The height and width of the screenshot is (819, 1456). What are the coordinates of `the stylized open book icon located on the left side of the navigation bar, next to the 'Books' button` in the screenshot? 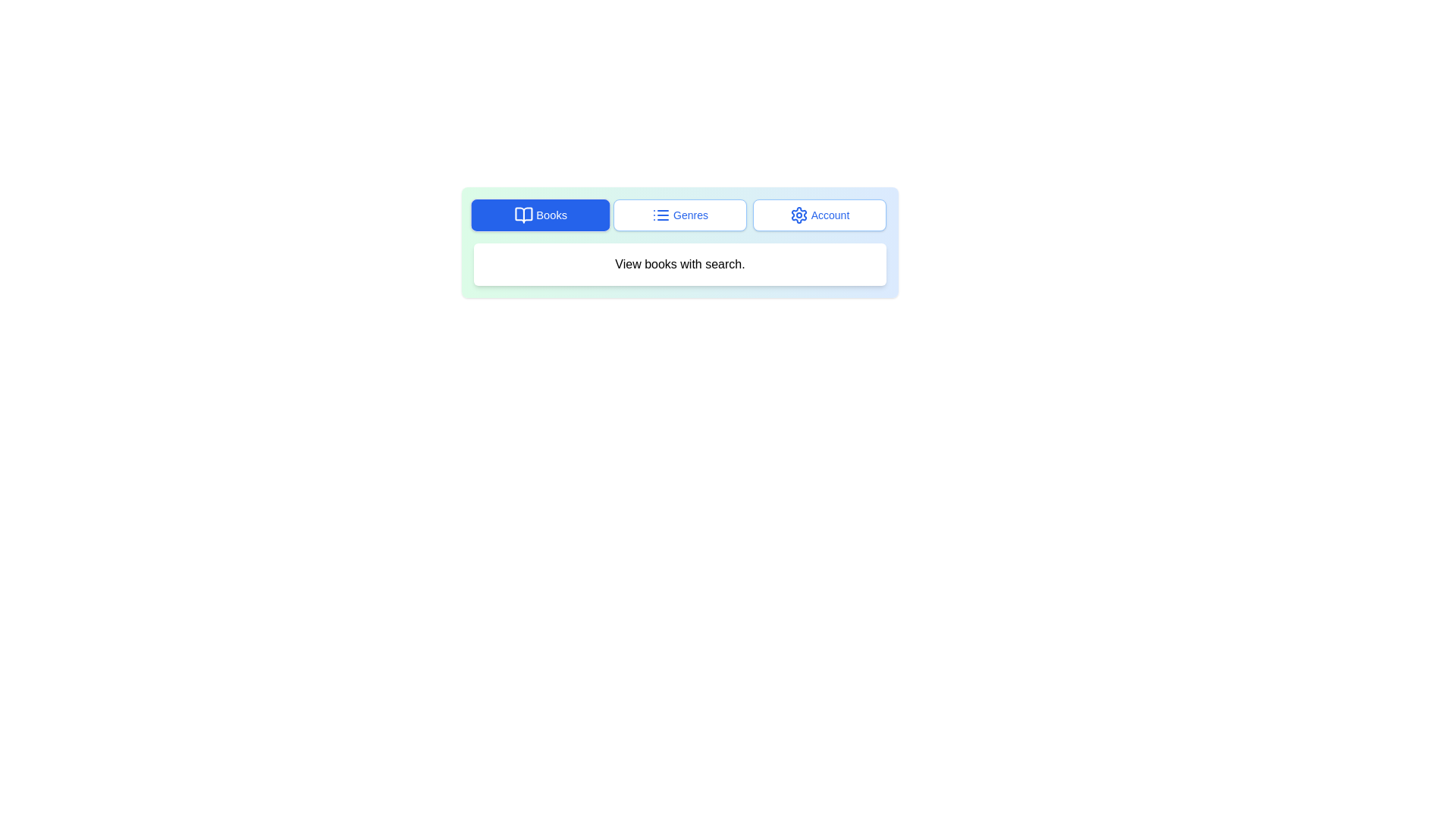 It's located at (523, 215).